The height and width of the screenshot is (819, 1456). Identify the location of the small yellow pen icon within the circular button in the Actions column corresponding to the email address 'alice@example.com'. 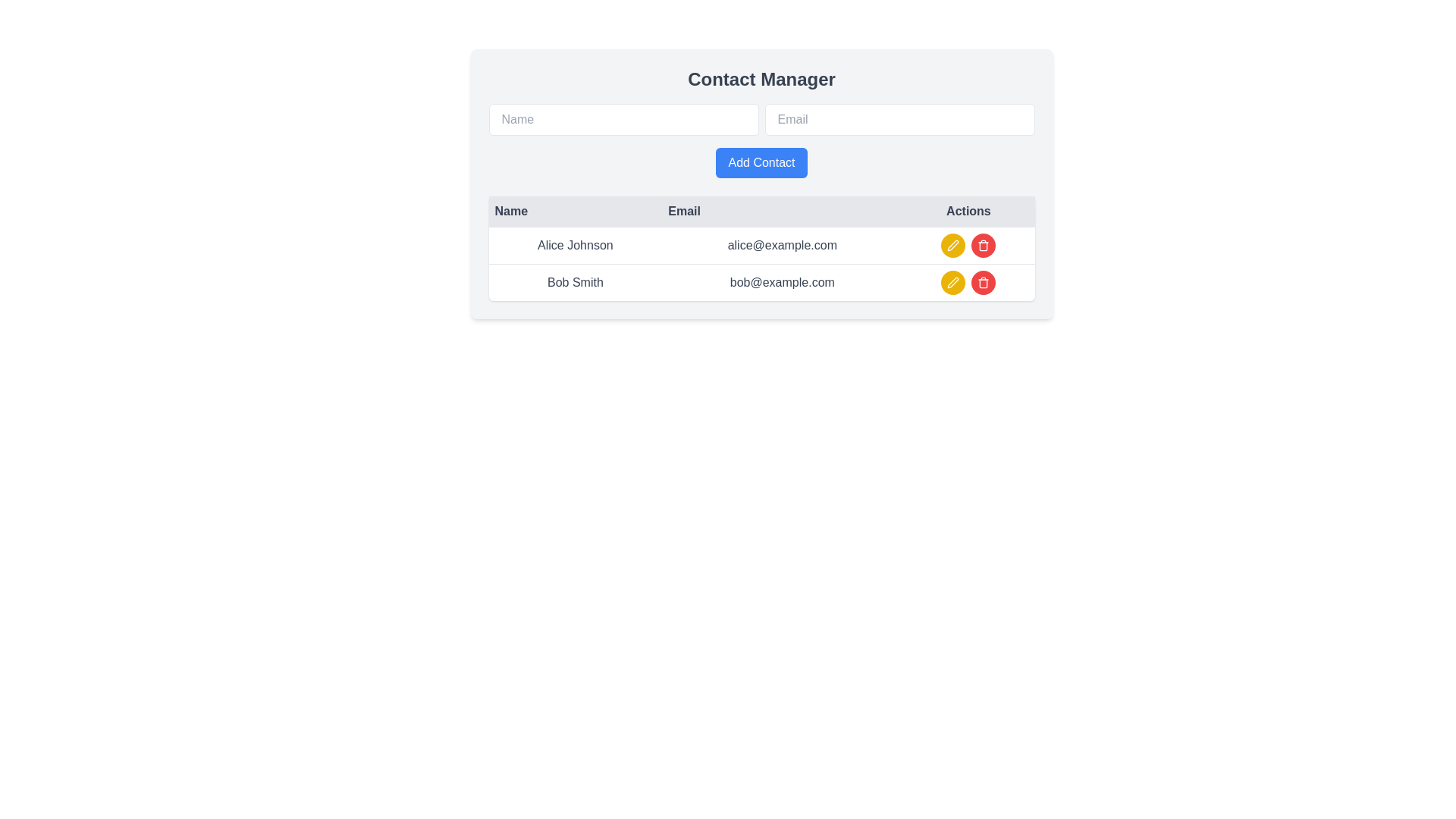
(952, 245).